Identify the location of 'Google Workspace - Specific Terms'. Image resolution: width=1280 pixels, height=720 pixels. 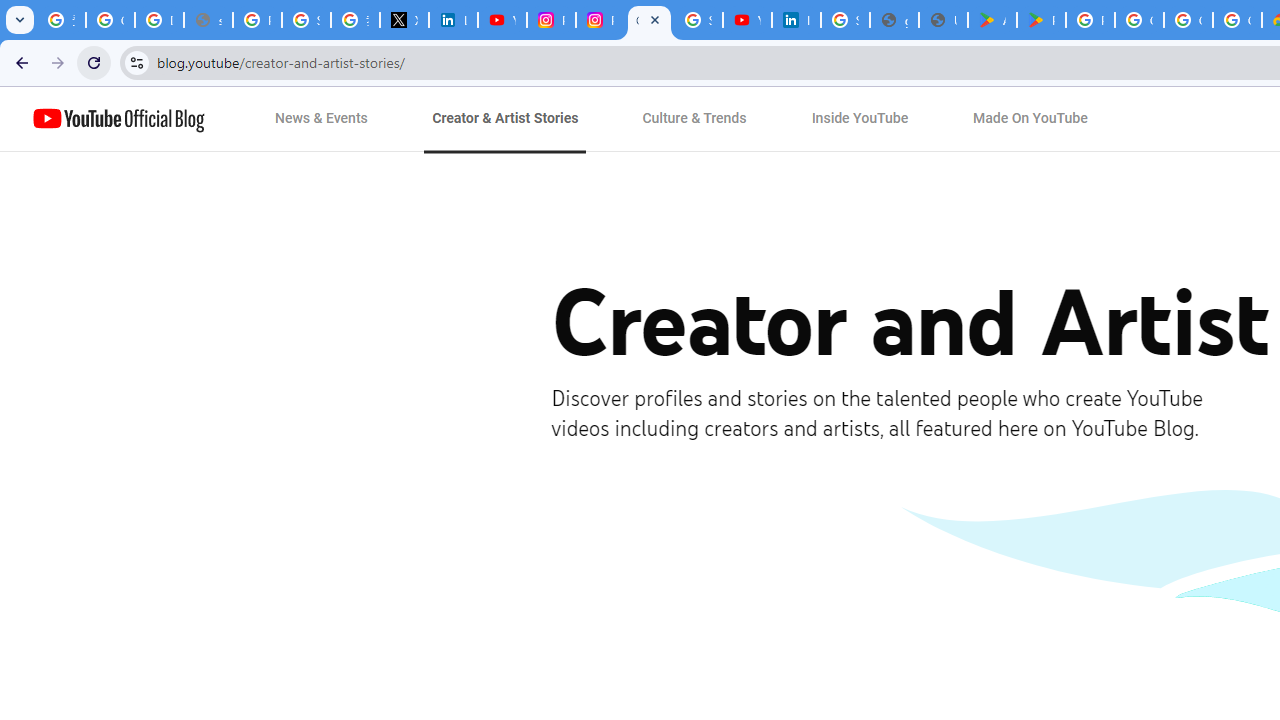
(1188, 20).